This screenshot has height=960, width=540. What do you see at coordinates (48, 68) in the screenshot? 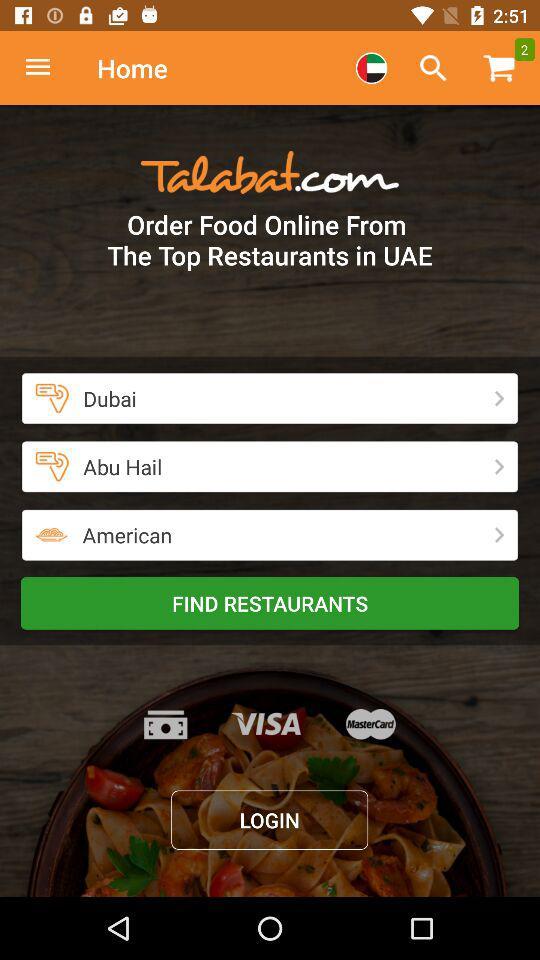
I see `show menu` at bounding box center [48, 68].